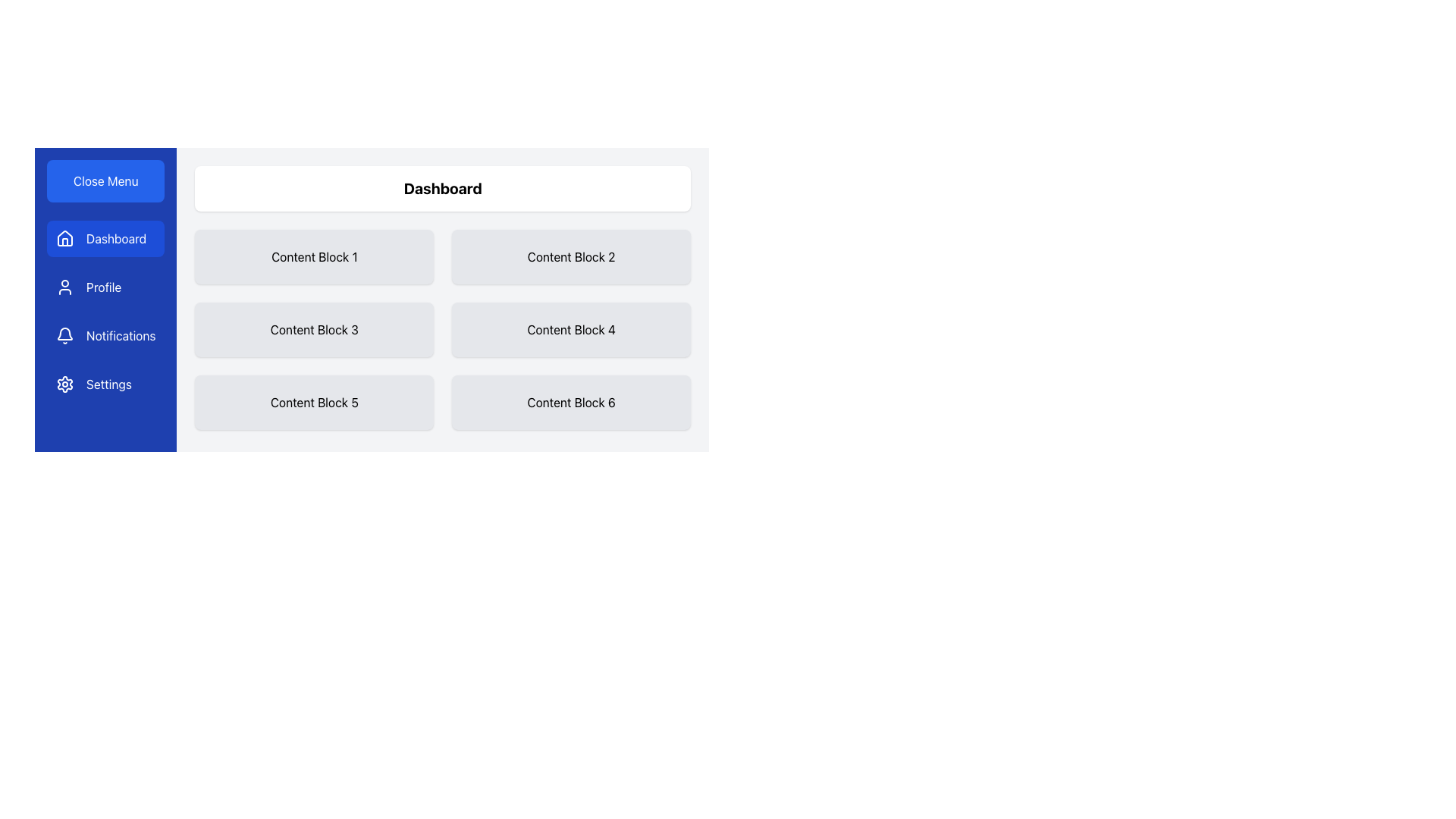 This screenshot has width=1456, height=819. I want to click on the fourth item in the vertical list on the left sidebar, which serves as a navigational link to the settings section of the application, so click(105, 383).